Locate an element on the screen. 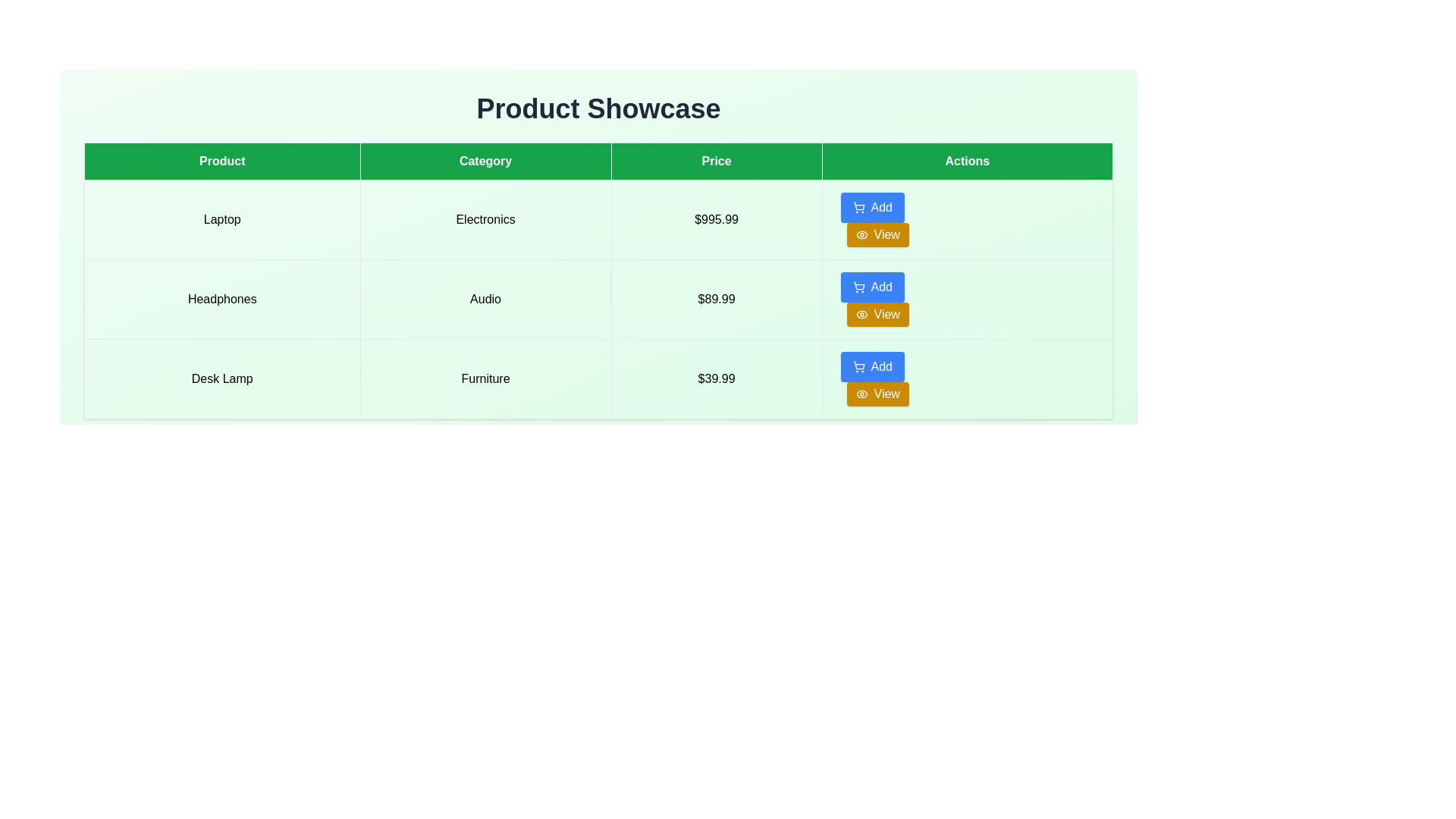 The image size is (1456, 819). the 'Product Showcase' heading element, which is a large, bold title in dark gray at the top of the interface, serving as the header for the content below is located at coordinates (598, 108).